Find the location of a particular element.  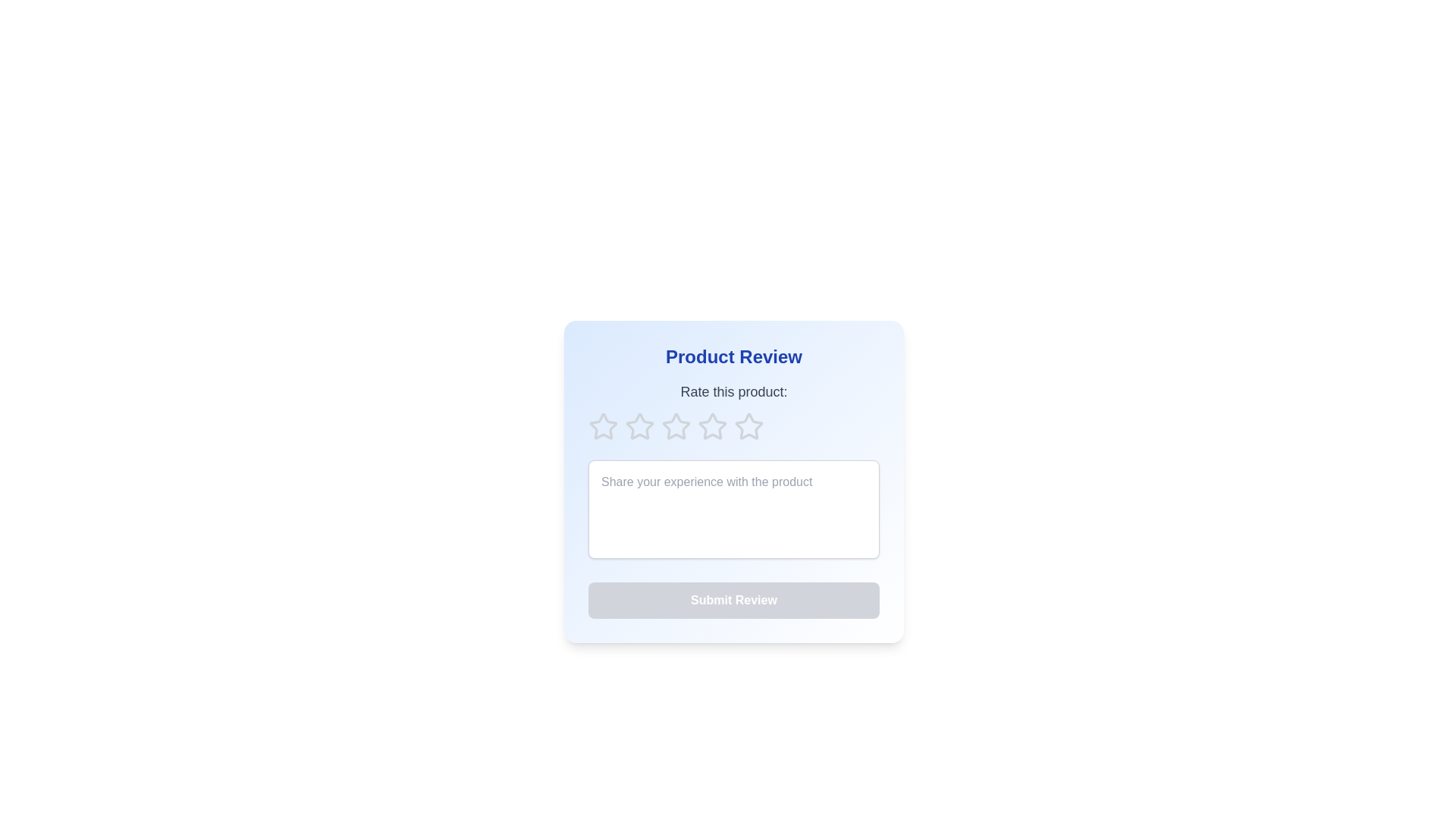

the text label that prompts users to provide a rating for the product, located below the 'Product Review' header and above the star rating icons is located at coordinates (734, 391).